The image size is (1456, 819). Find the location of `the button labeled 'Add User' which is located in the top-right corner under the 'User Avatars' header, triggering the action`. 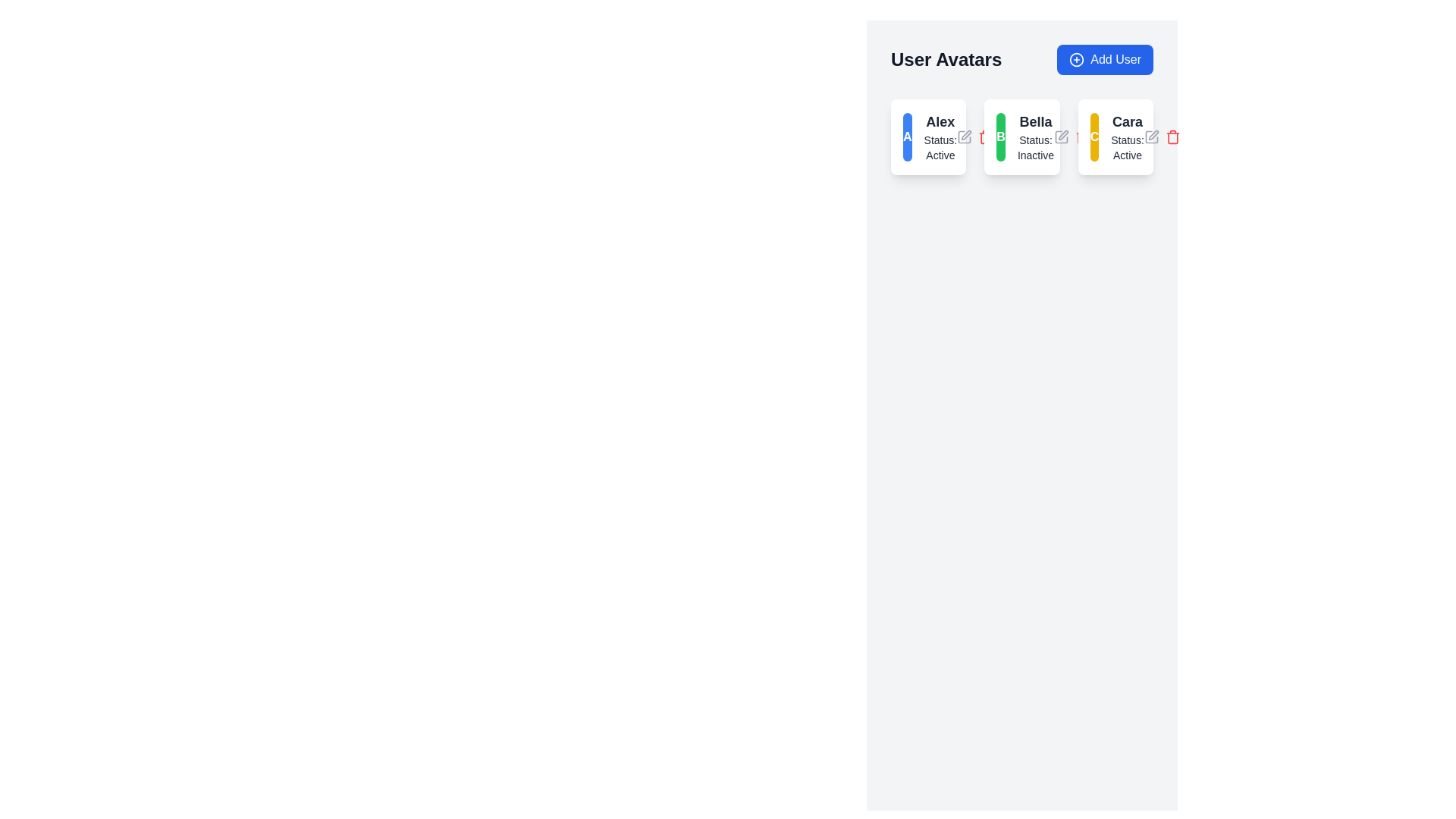

the button labeled 'Add User' which is located in the top-right corner under the 'User Avatars' header, triggering the action is located at coordinates (1076, 58).